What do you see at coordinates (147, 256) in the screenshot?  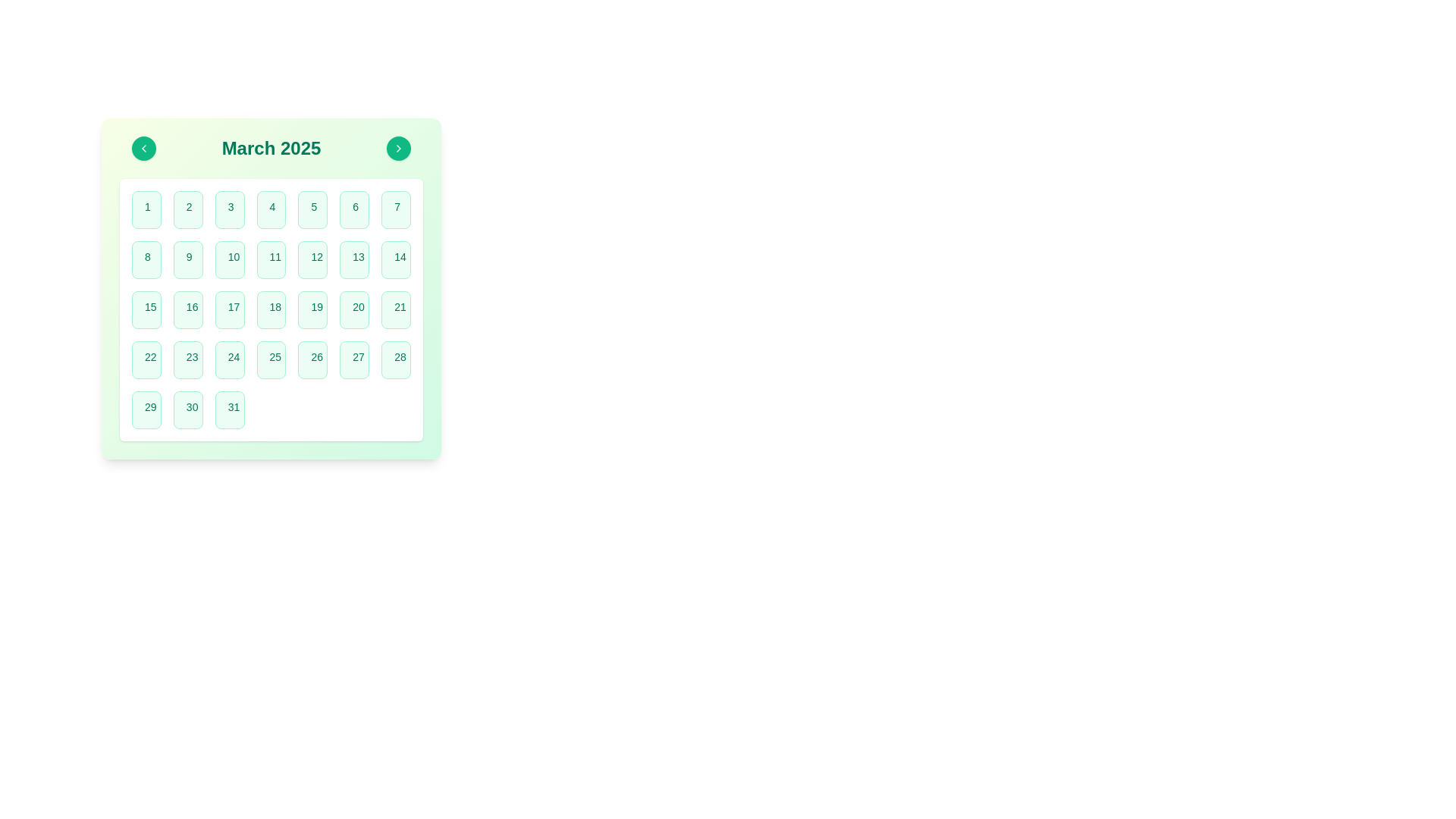 I see `numeric text '8' displayed in emerald green color, which represents the 8th of March in a calendar layout, located in the second row and first column of the calendar grid` at bounding box center [147, 256].